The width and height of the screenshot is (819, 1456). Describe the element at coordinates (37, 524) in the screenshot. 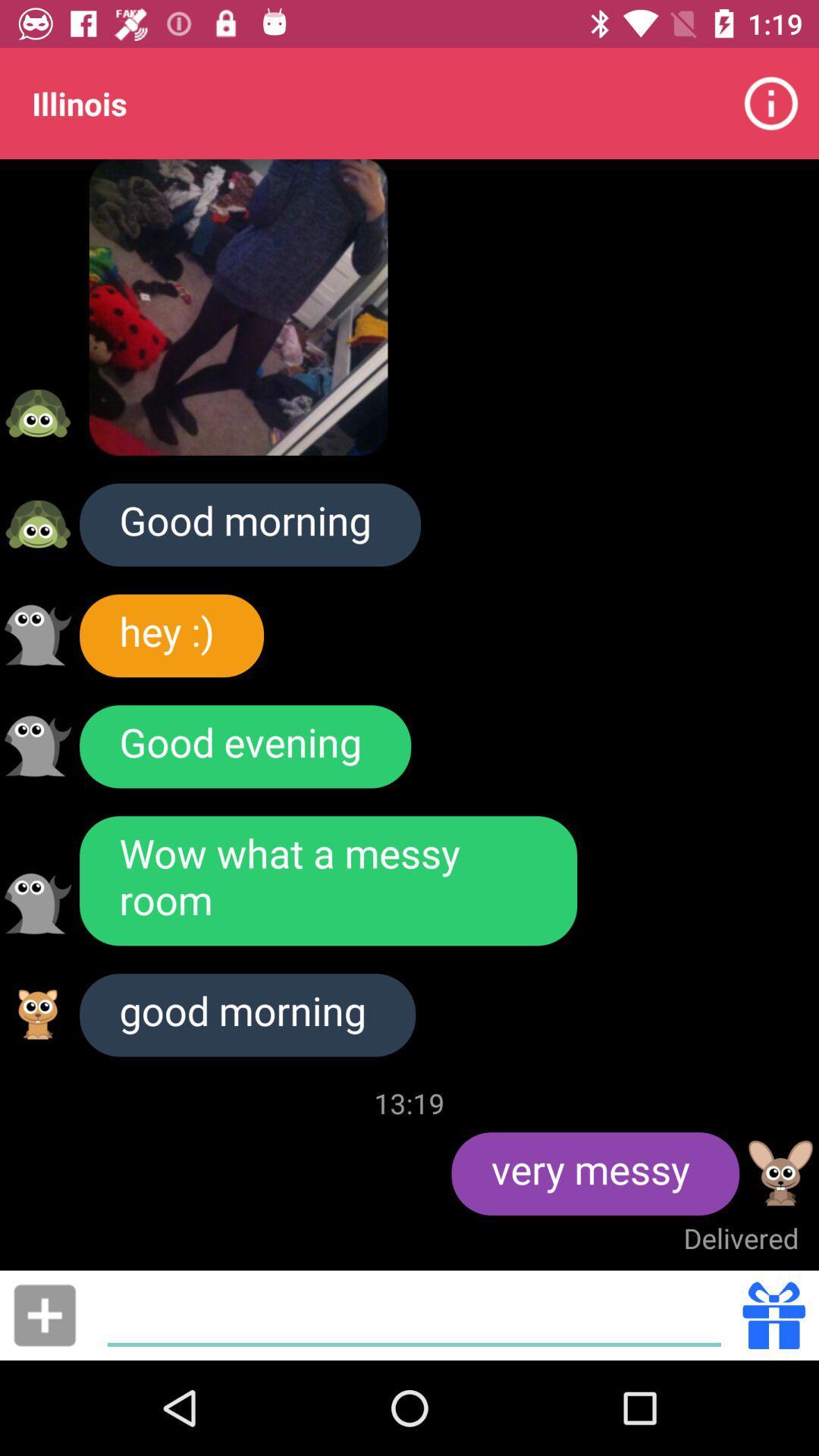

I see `contact 's icon` at that location.